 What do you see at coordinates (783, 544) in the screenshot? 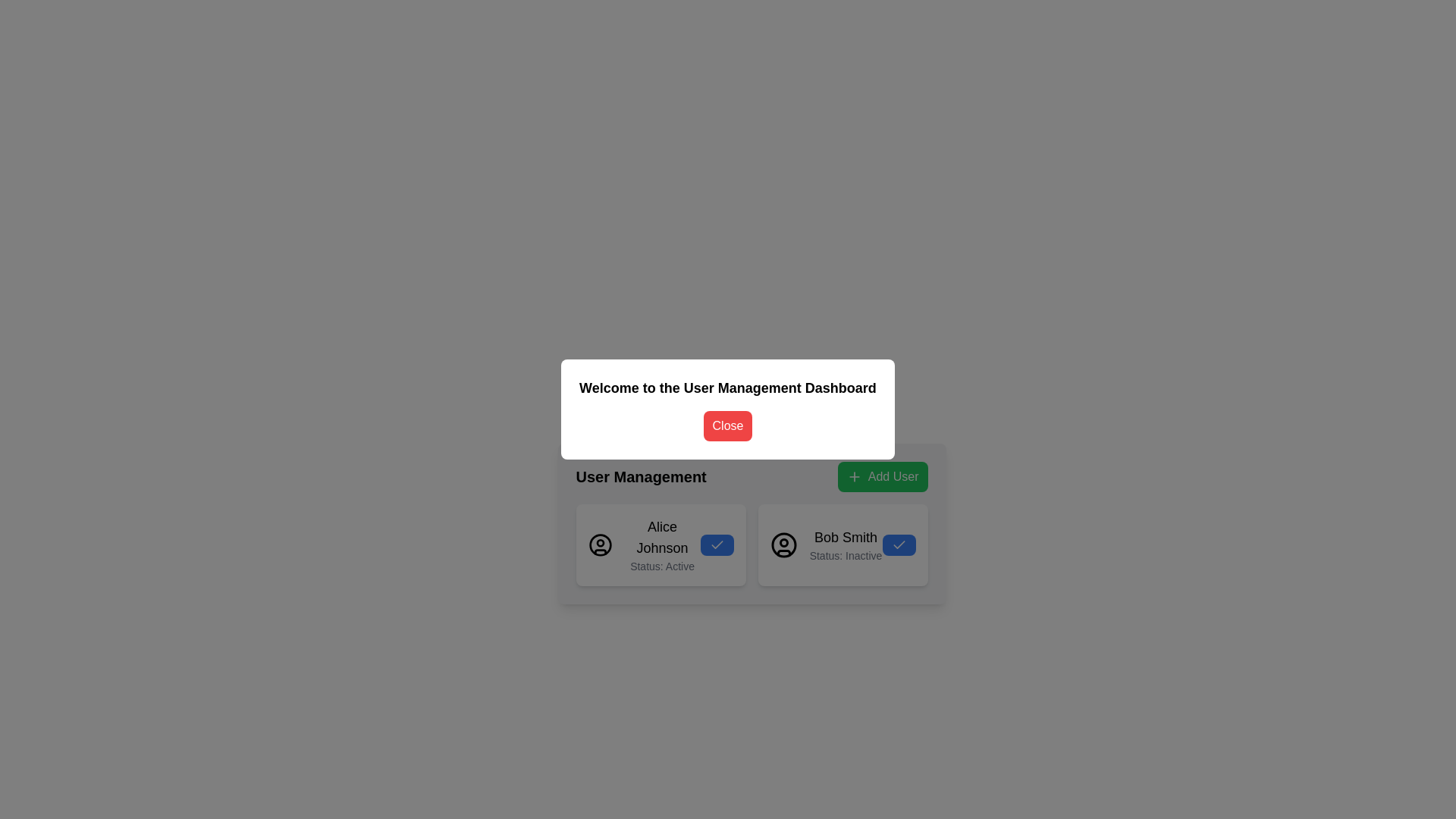
I see `the decorative graphic element representing the user's profile image for 'Bob Smith' in the 'User Management' dashboard` at bounding box center [783, 544].